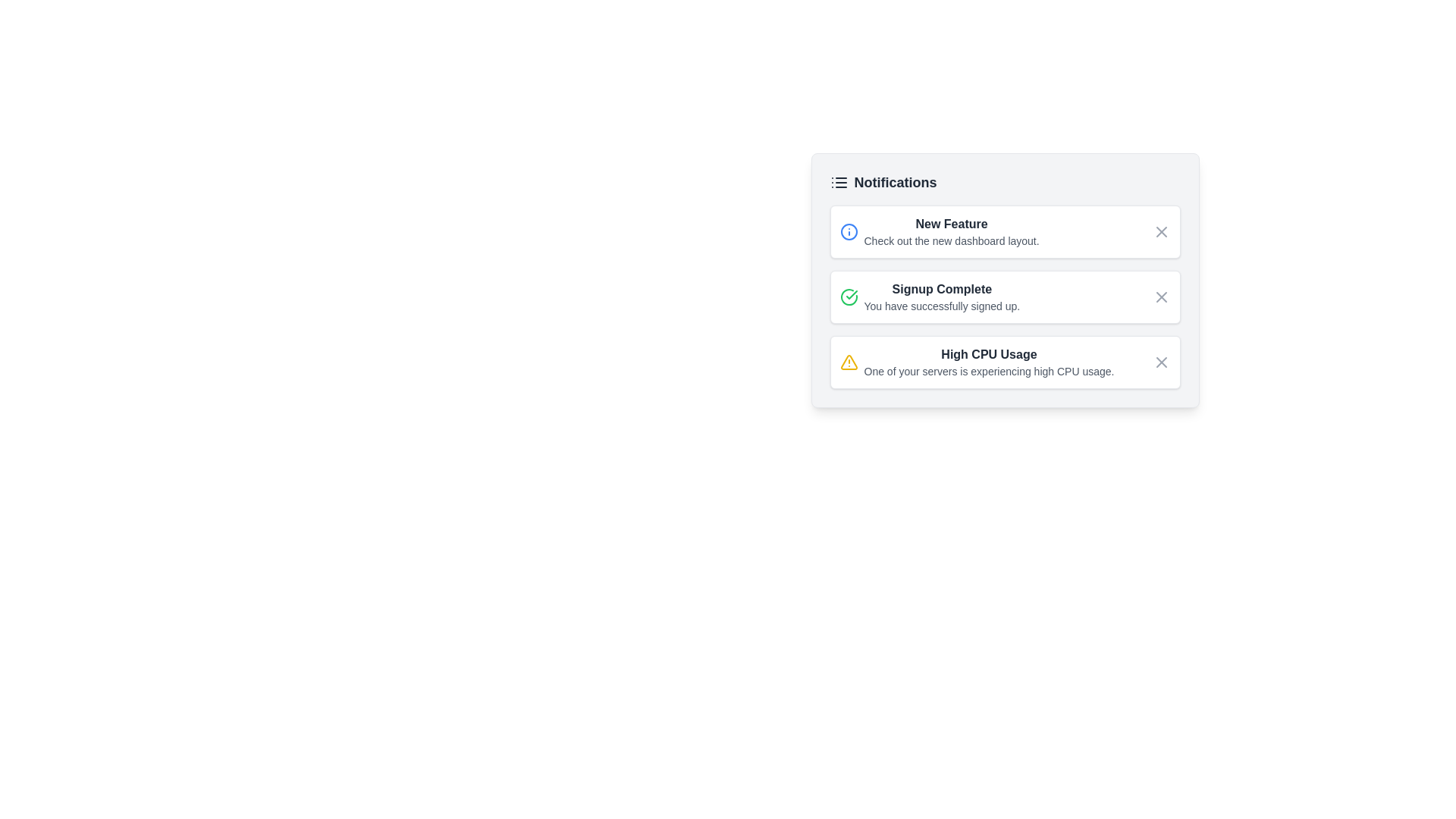 The width and height of the screenshot is (1456, 819). What do you see at coordinates (989, 362) in the screenshot?
I see `the Notification Message displaying 'High CPU Usage' which is the third notification in the list, located below 'Signup Complete'` at bounding box center [989, 362].